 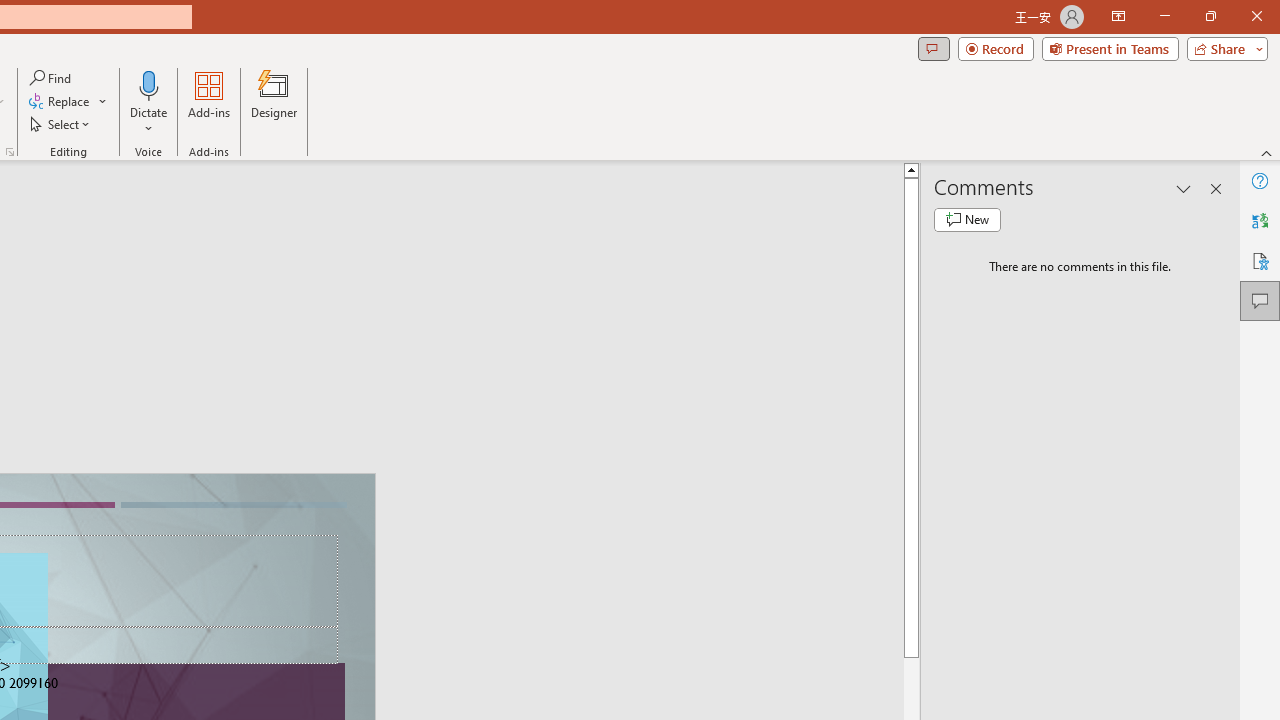 I want to click on 'Select', so click(x=61, y=124).